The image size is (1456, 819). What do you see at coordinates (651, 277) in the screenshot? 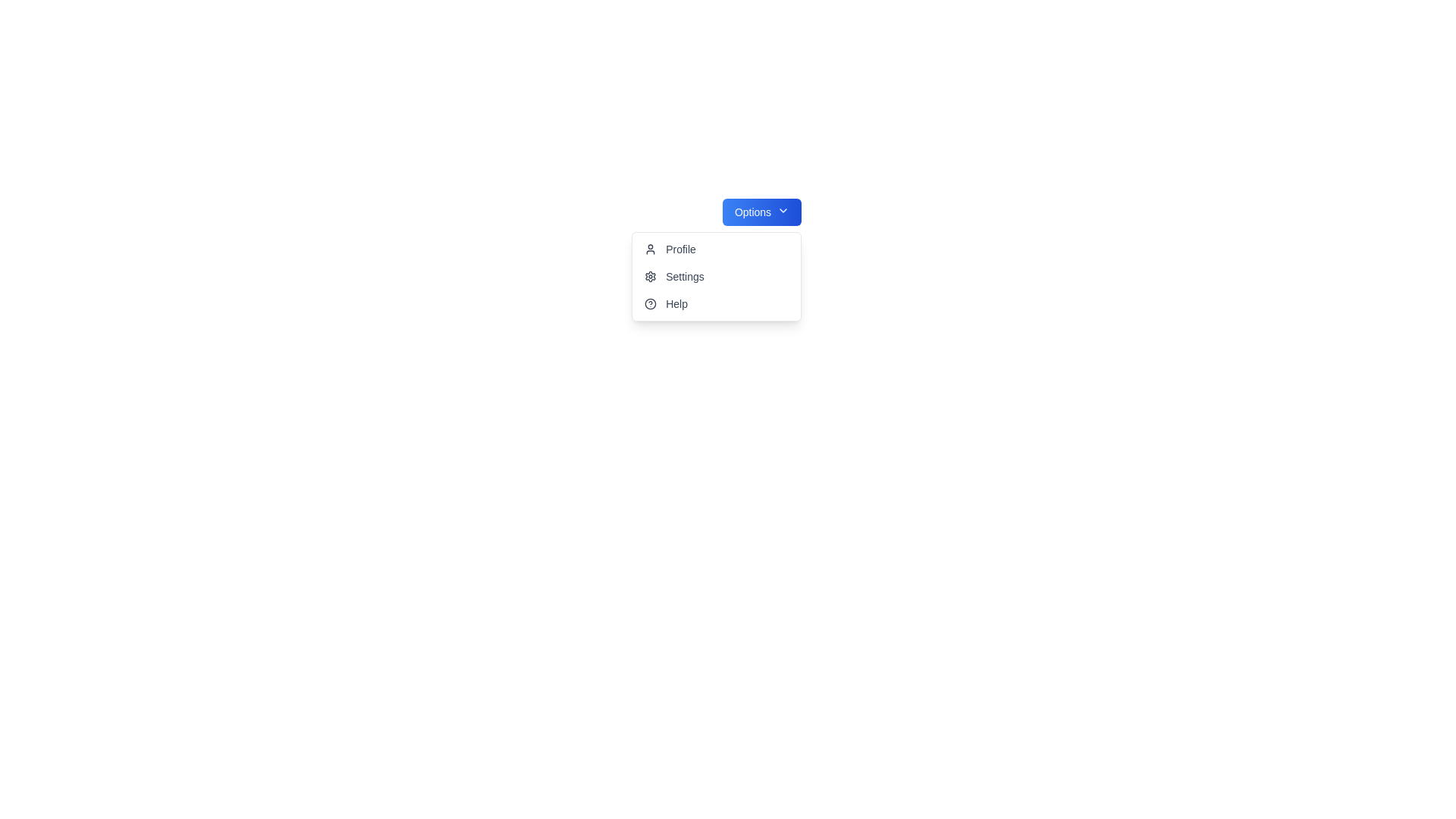
I see `the gear icon in the dropdown menu located below the 'Options' button, which is the second icon from the top` at bounding box center [651, 277].